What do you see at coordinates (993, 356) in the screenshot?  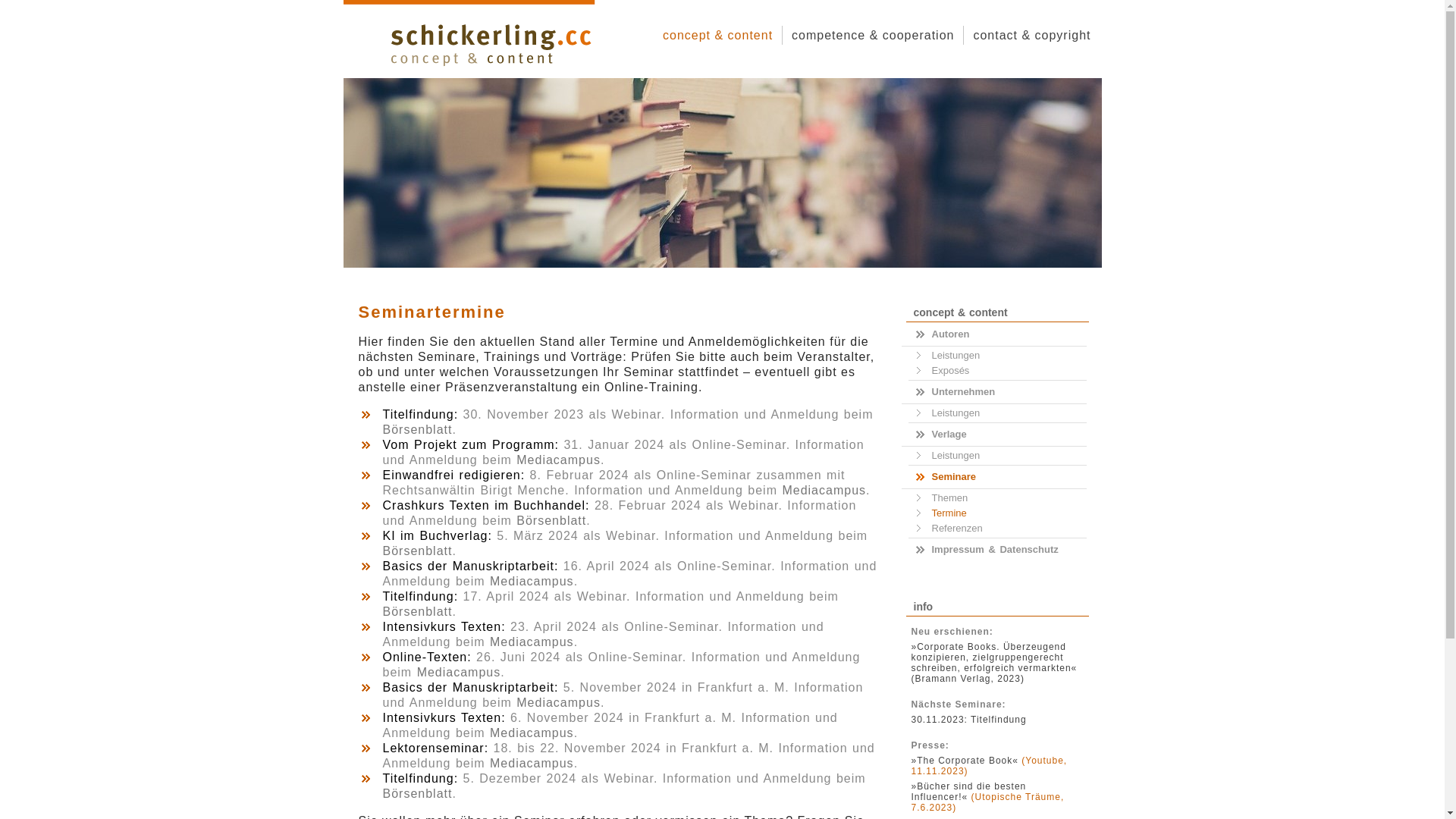 I see `'Leistungen'` at bounding box center [993, 356].